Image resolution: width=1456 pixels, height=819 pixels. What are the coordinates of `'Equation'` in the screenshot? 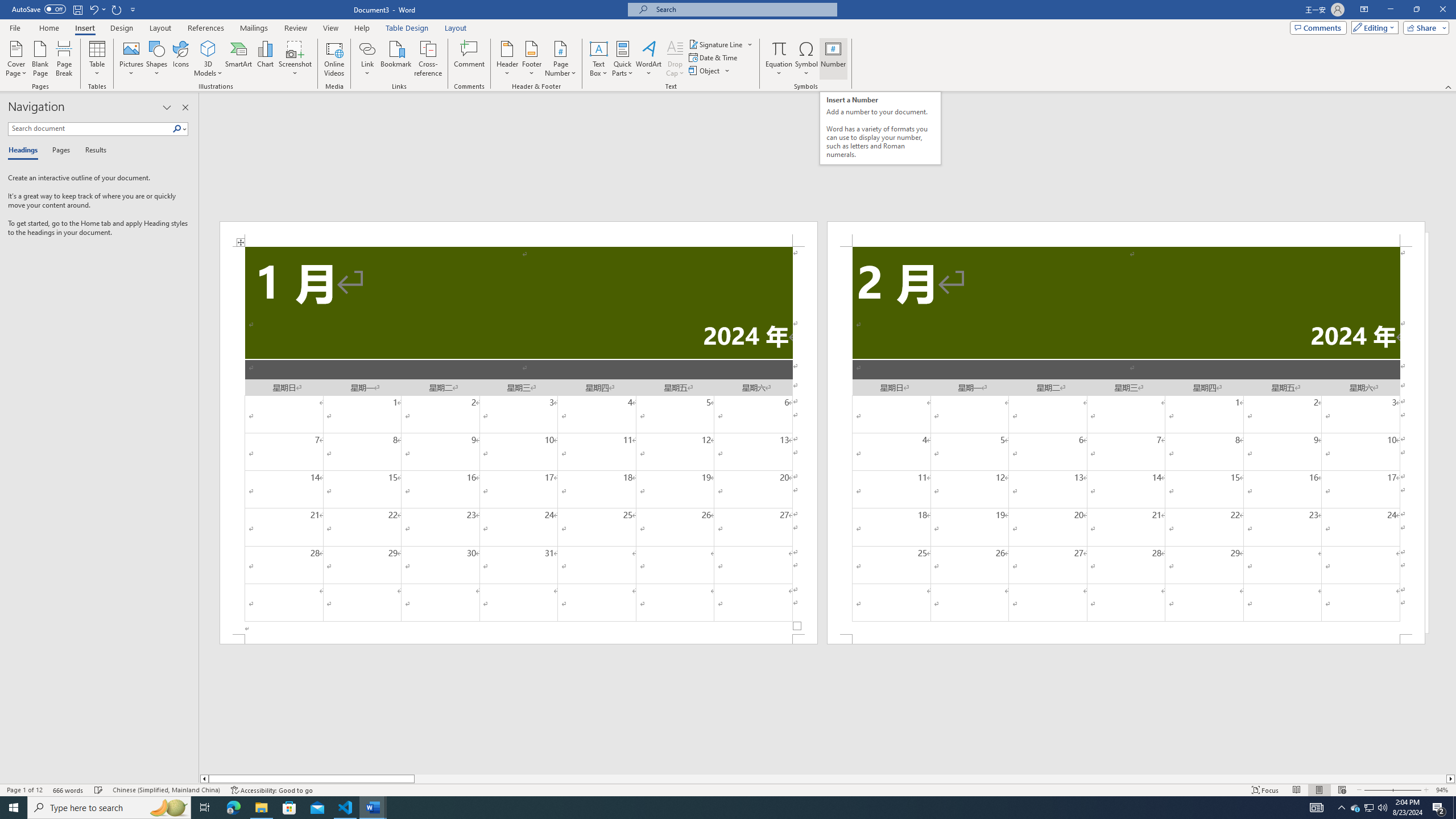 It's located at (779, 48).